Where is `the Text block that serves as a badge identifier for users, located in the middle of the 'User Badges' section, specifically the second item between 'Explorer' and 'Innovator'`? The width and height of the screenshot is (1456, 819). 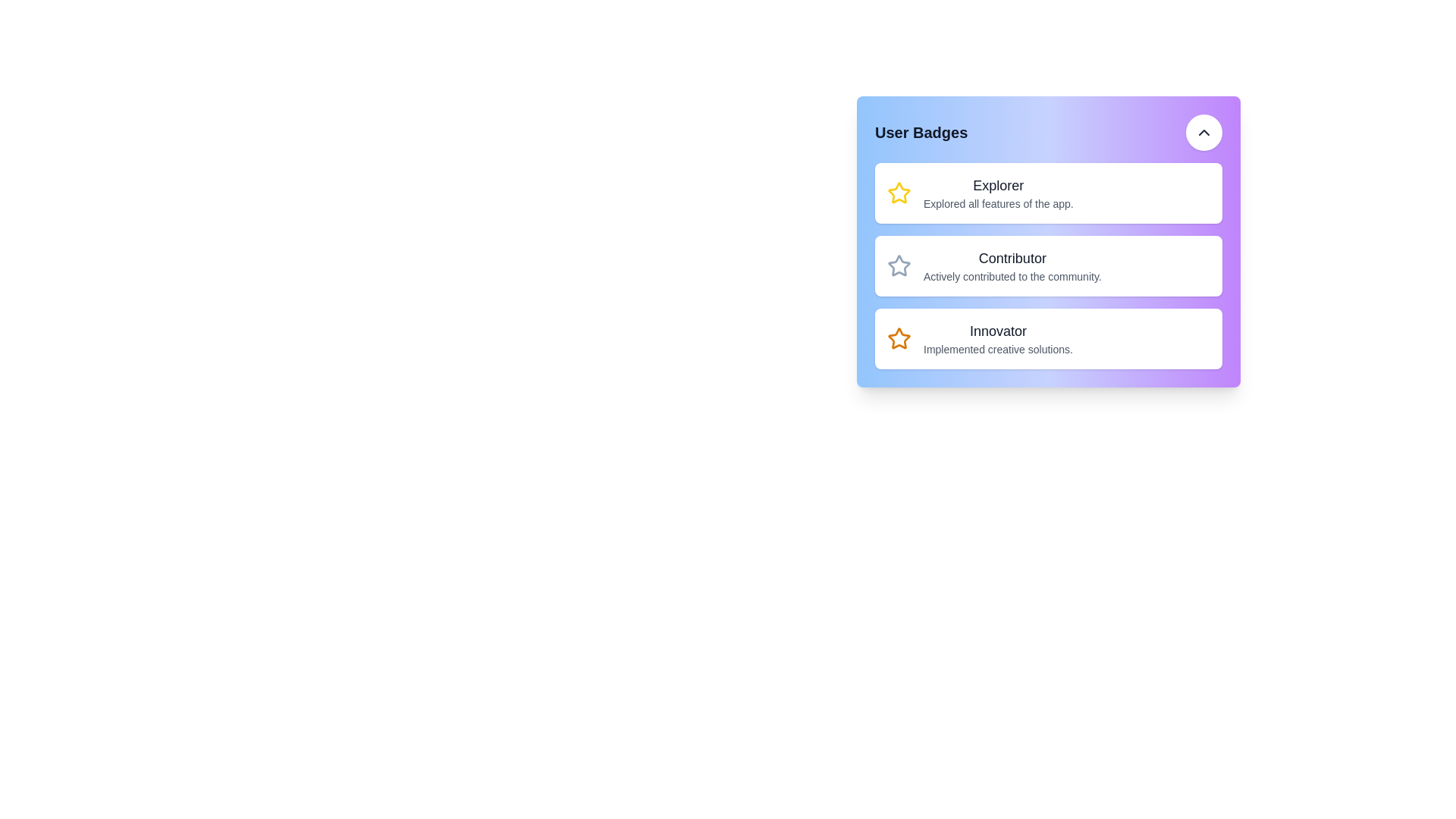 the Text block that serves as a badge identifier for users, located in the middle of the 'User Badges' section, specifically the second item between 'Explorer' and 'Innovator' is located at coordinates (1012, 265).